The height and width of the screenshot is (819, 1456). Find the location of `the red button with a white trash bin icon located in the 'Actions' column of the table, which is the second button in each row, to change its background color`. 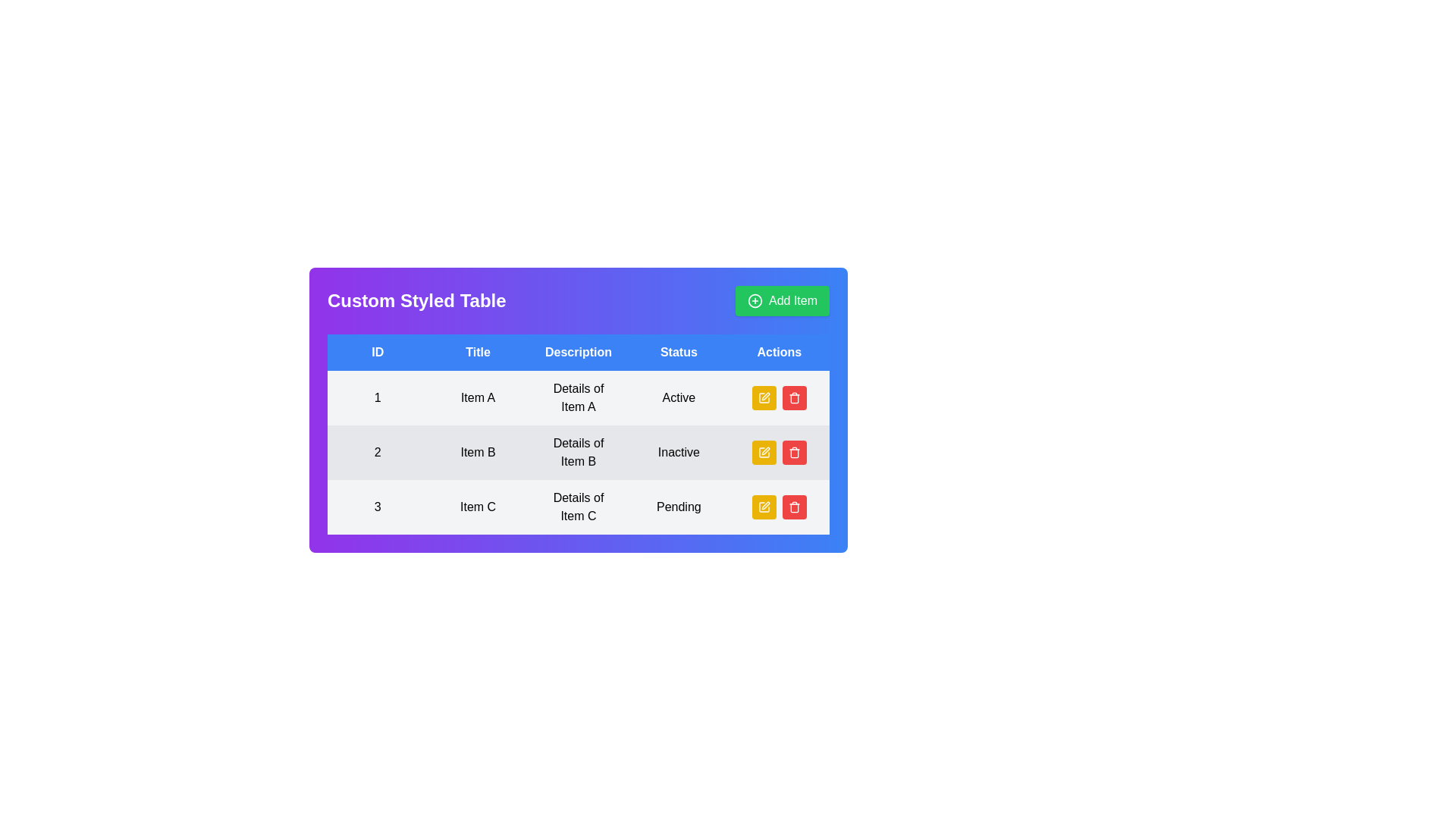

the red button with a white trash bin icon located in the 'Actions' column of the table, which is the second button in each row, to change its background color is located at coordinates (793, 397).